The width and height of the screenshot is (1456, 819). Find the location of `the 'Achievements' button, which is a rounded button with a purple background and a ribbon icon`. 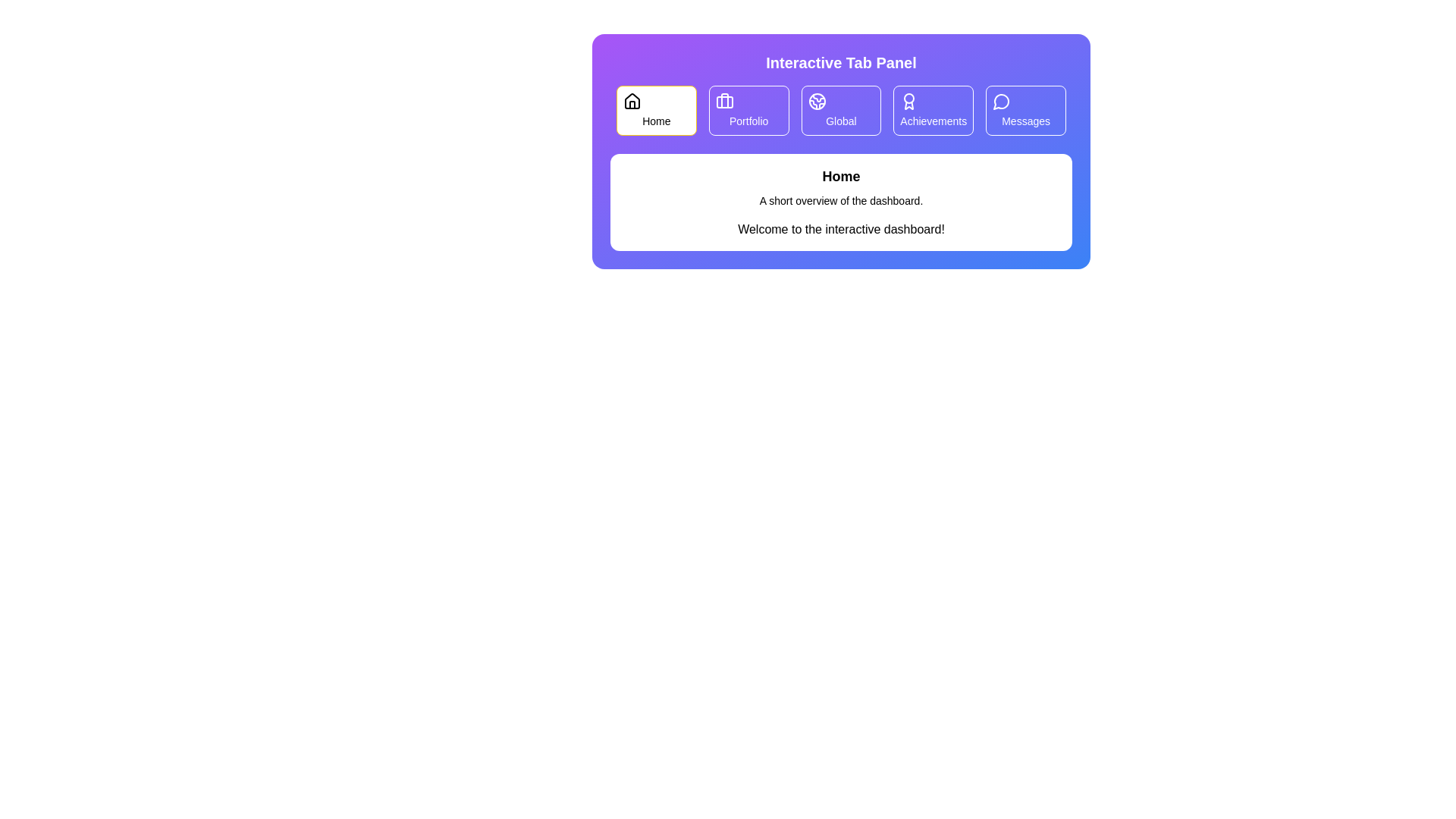

the 'Achievements' button, which is a rounded button with a purple background and a ribbon icon is located at coordinates (933, 110).